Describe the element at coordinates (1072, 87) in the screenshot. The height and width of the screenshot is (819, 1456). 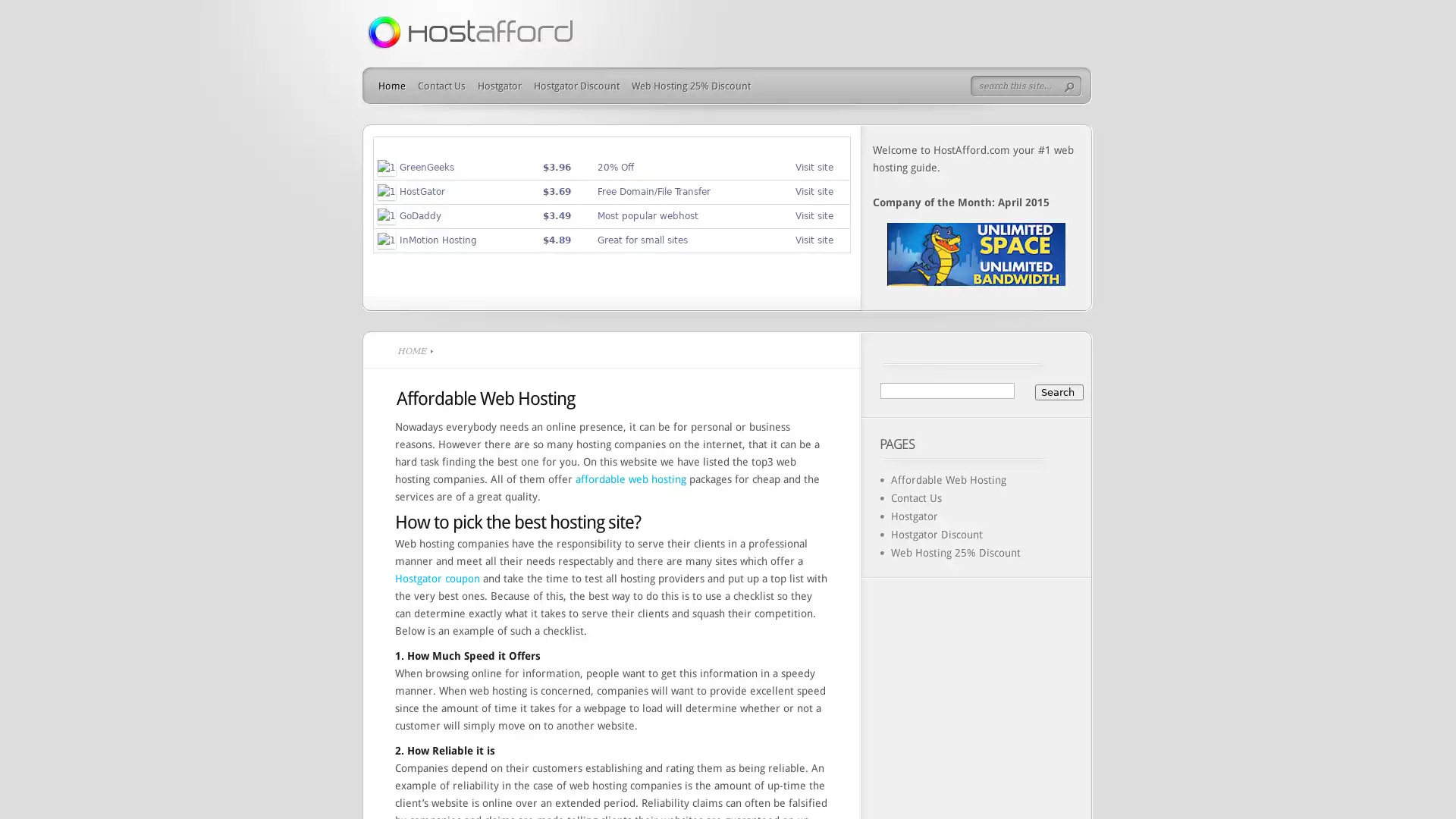
I see `Submit` at that location.